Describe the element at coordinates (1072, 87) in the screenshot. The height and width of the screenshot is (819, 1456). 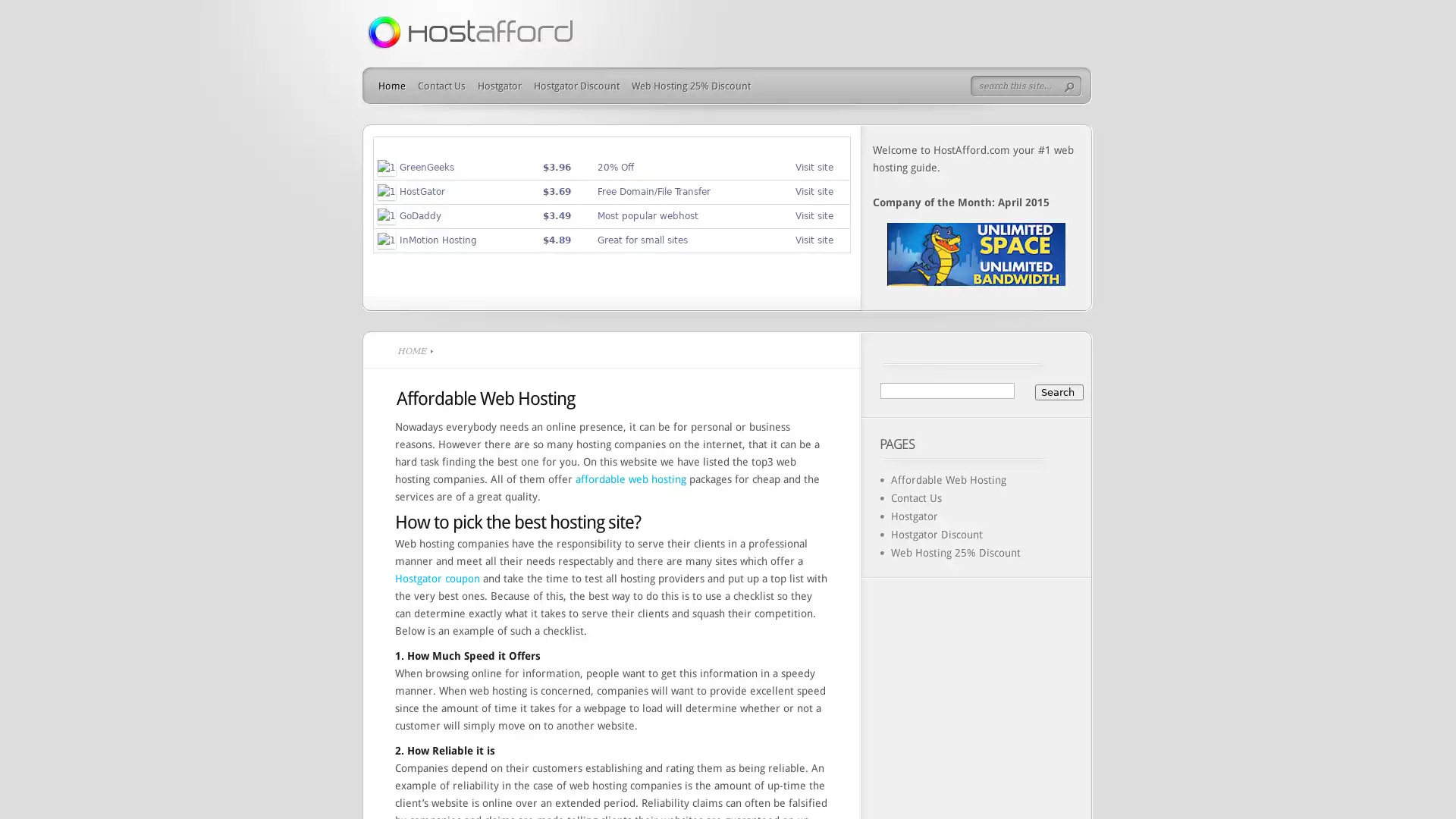
I see `Submit` at that location.